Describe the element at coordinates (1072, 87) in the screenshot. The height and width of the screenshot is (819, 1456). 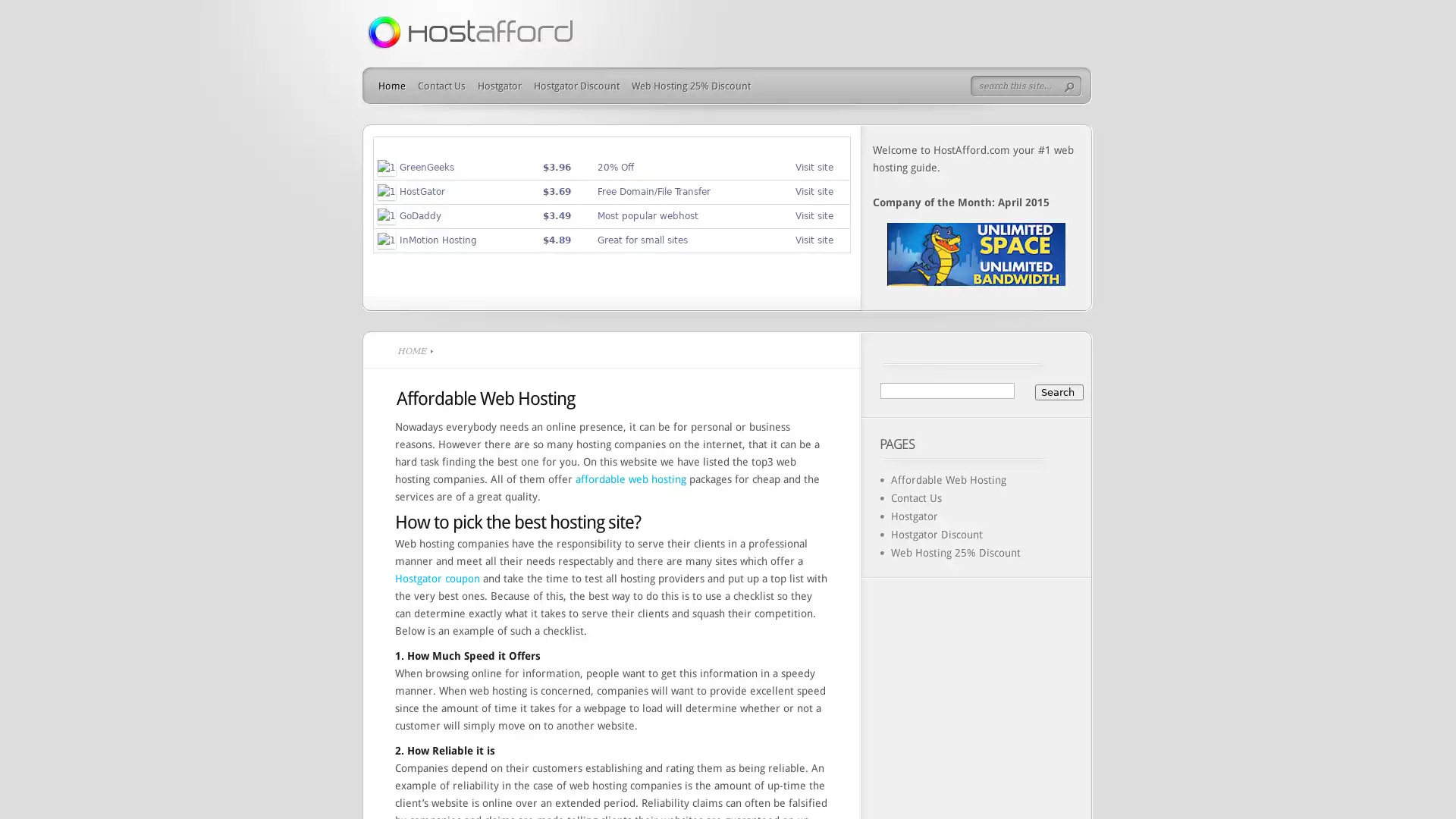
I see `Submit` at that location.